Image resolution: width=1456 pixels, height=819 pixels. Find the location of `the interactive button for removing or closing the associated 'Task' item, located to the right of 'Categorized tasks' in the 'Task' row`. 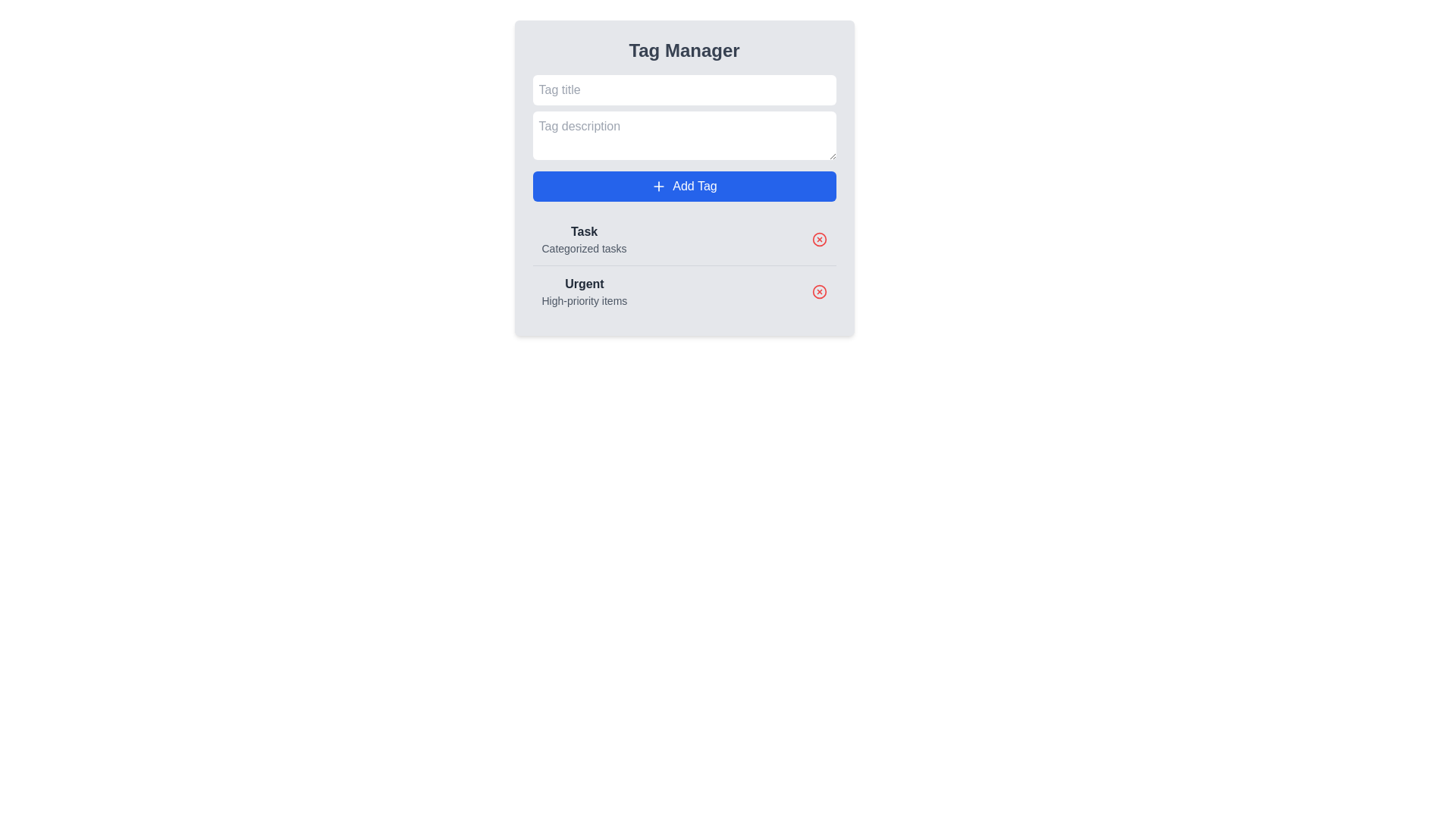

the interactive button for removing or closing the associated 'Task' item, located to the right of 'Categorized tasks' in the 'Task' row is located at coordinates (818, 239).